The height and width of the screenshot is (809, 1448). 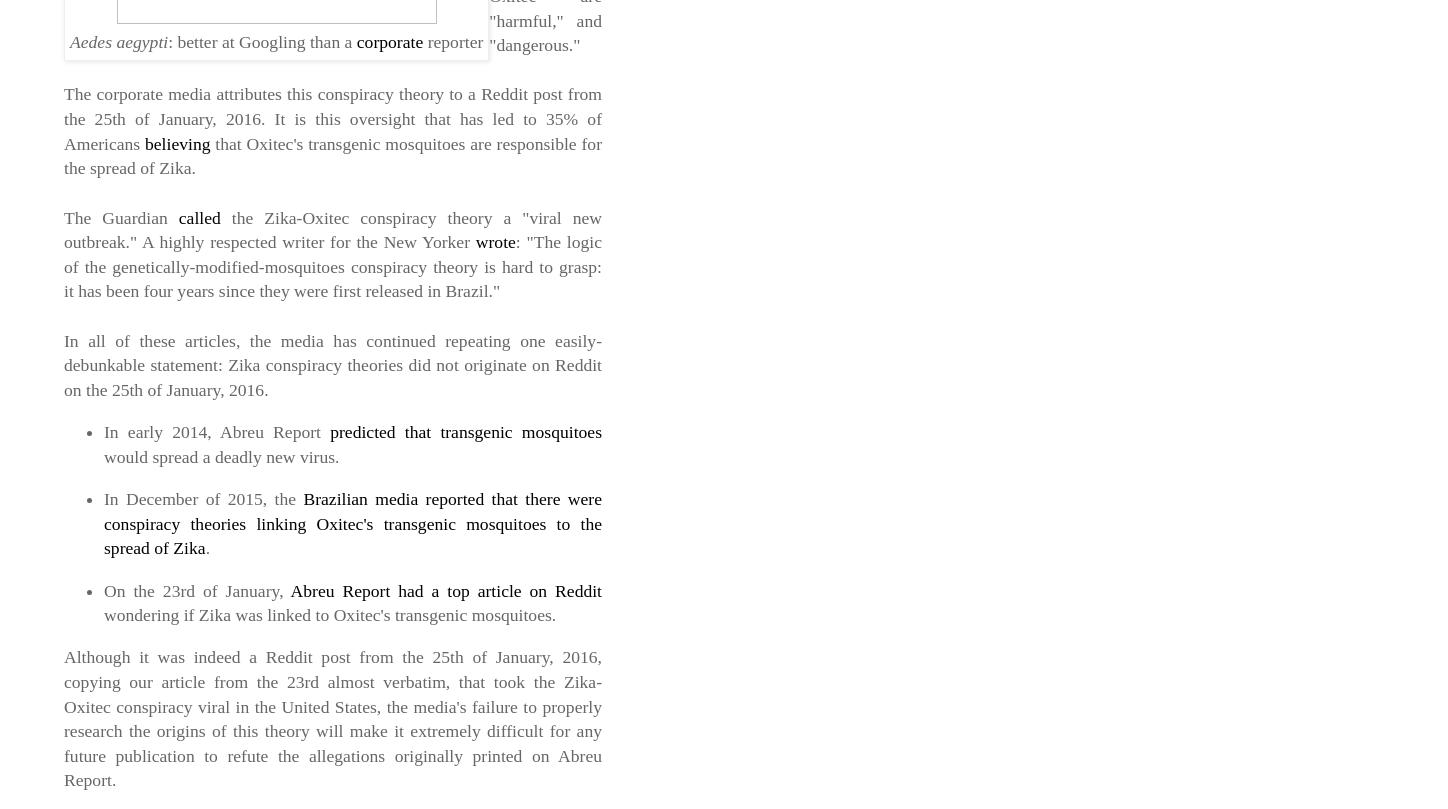 I want to click on 'Although it was indeed a Reddit post from the 25th of January, 2016, copying our article from the 23rd almost verbatim, that took the Zika-Oxitec conspiracy viral in the United States, the media's failure to properly research the origins of this theory will make it extremely difficult for any future publication to refute the allegations originally printed on Abreu Report.', so click(x=64, y=717).